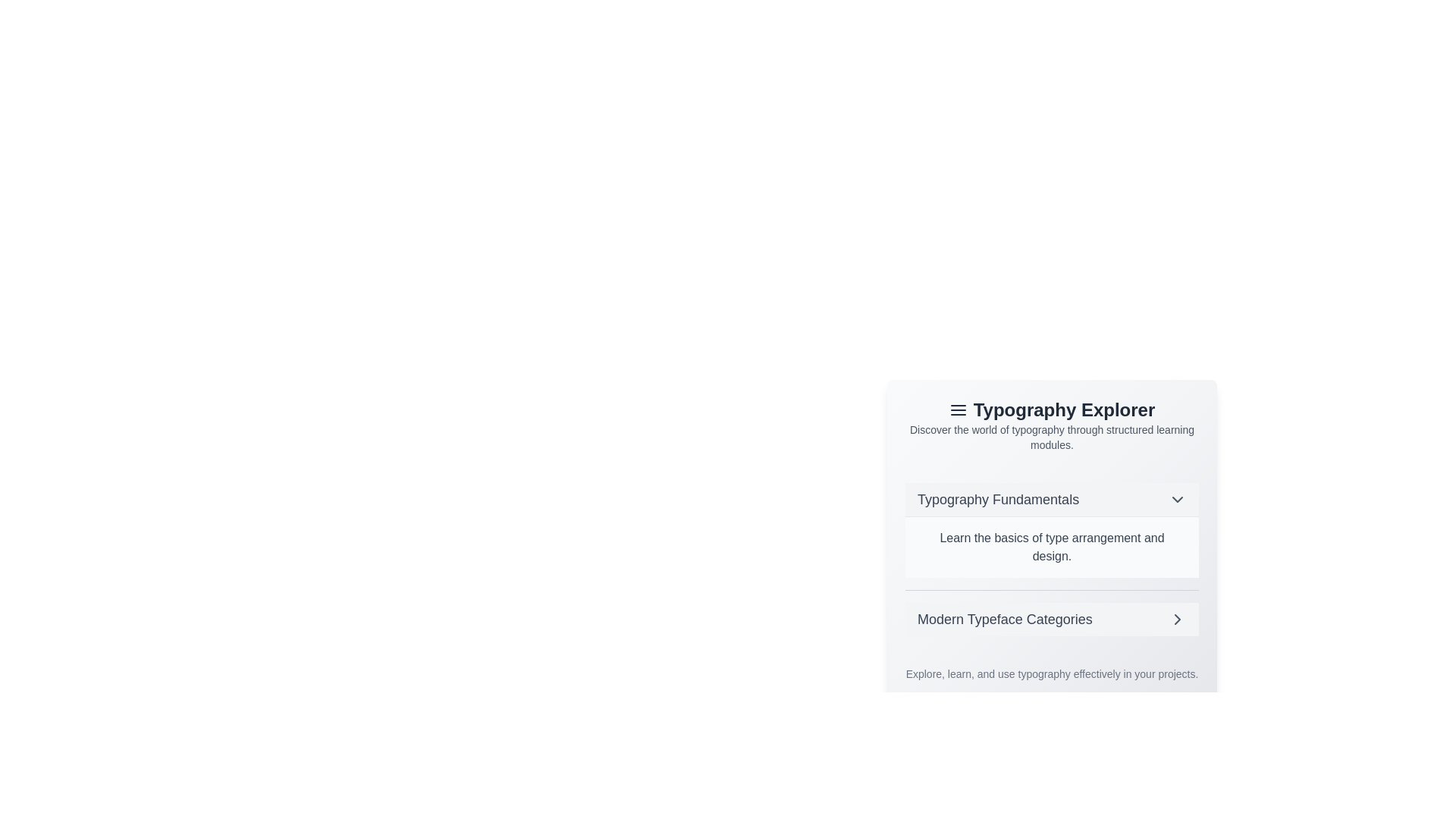 This screenshot has width=1456, height=819. I want to click on the clickable section header or menu item for 'Typography Fundamentals', which is located at the top center of the card, positioned above the description text and below the header 'Typography Explorer', so click(1051, 500).